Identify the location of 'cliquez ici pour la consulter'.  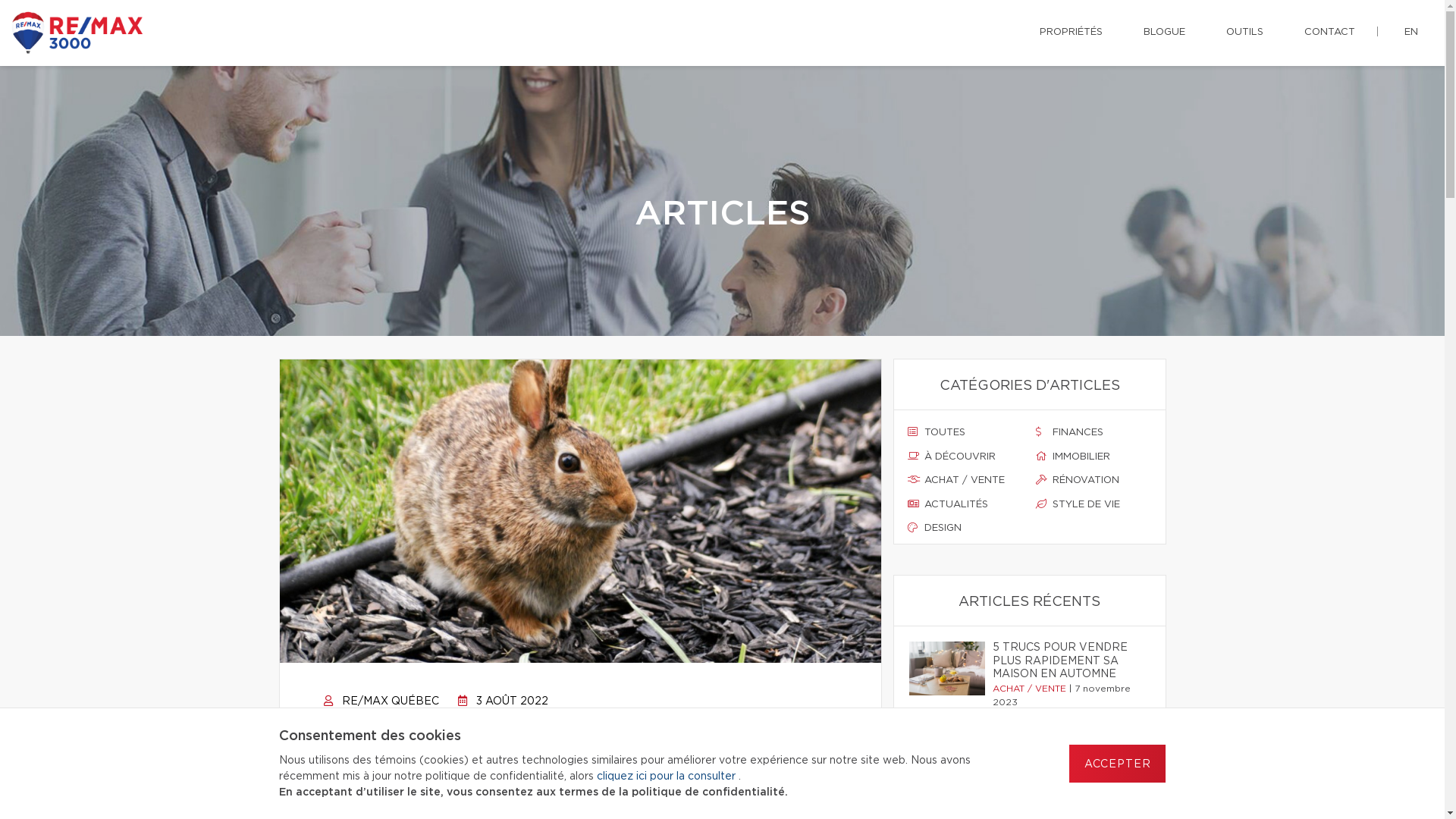
(667, 776).